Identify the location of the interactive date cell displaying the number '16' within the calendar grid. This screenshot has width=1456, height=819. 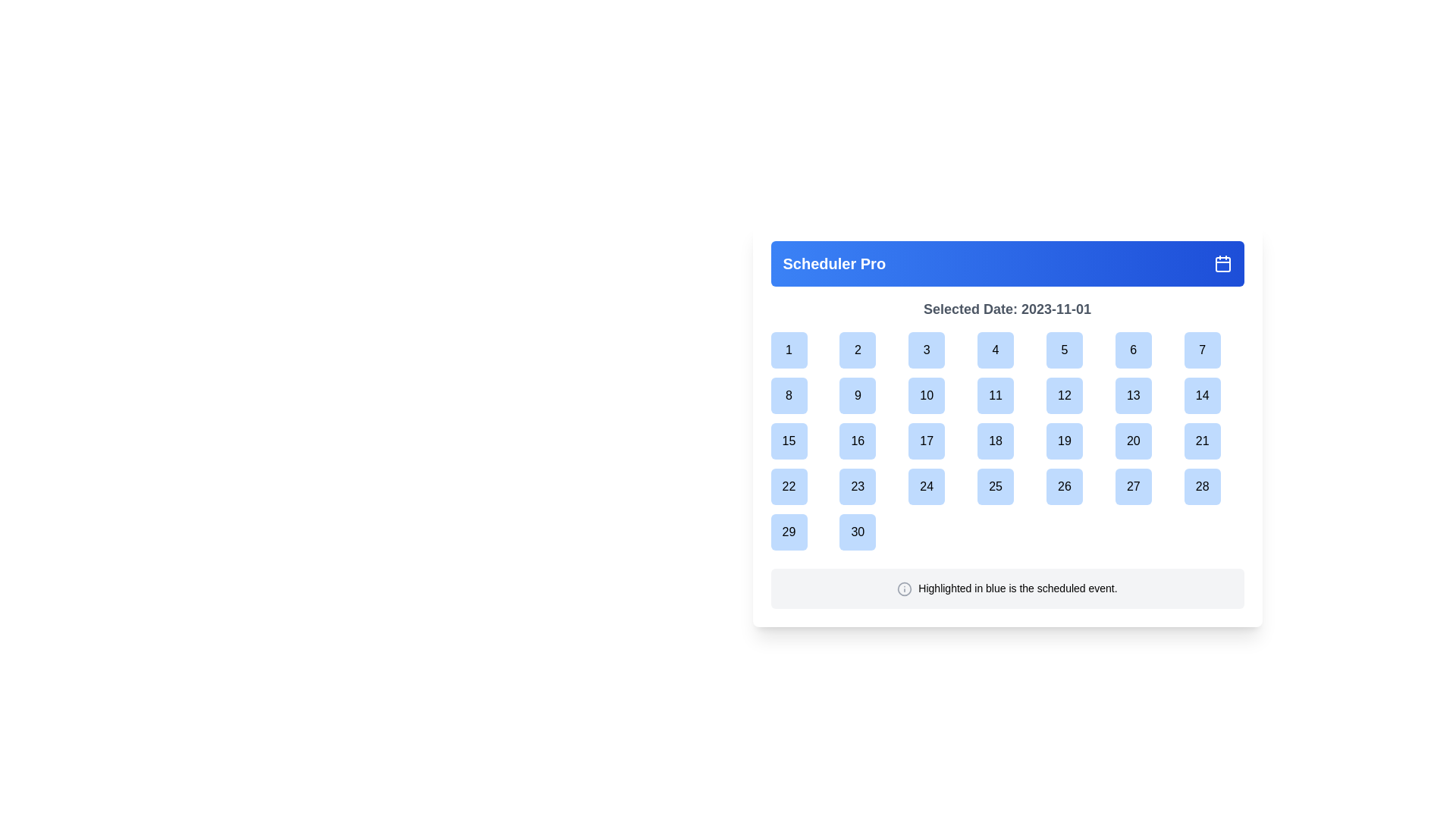
(869, 441).